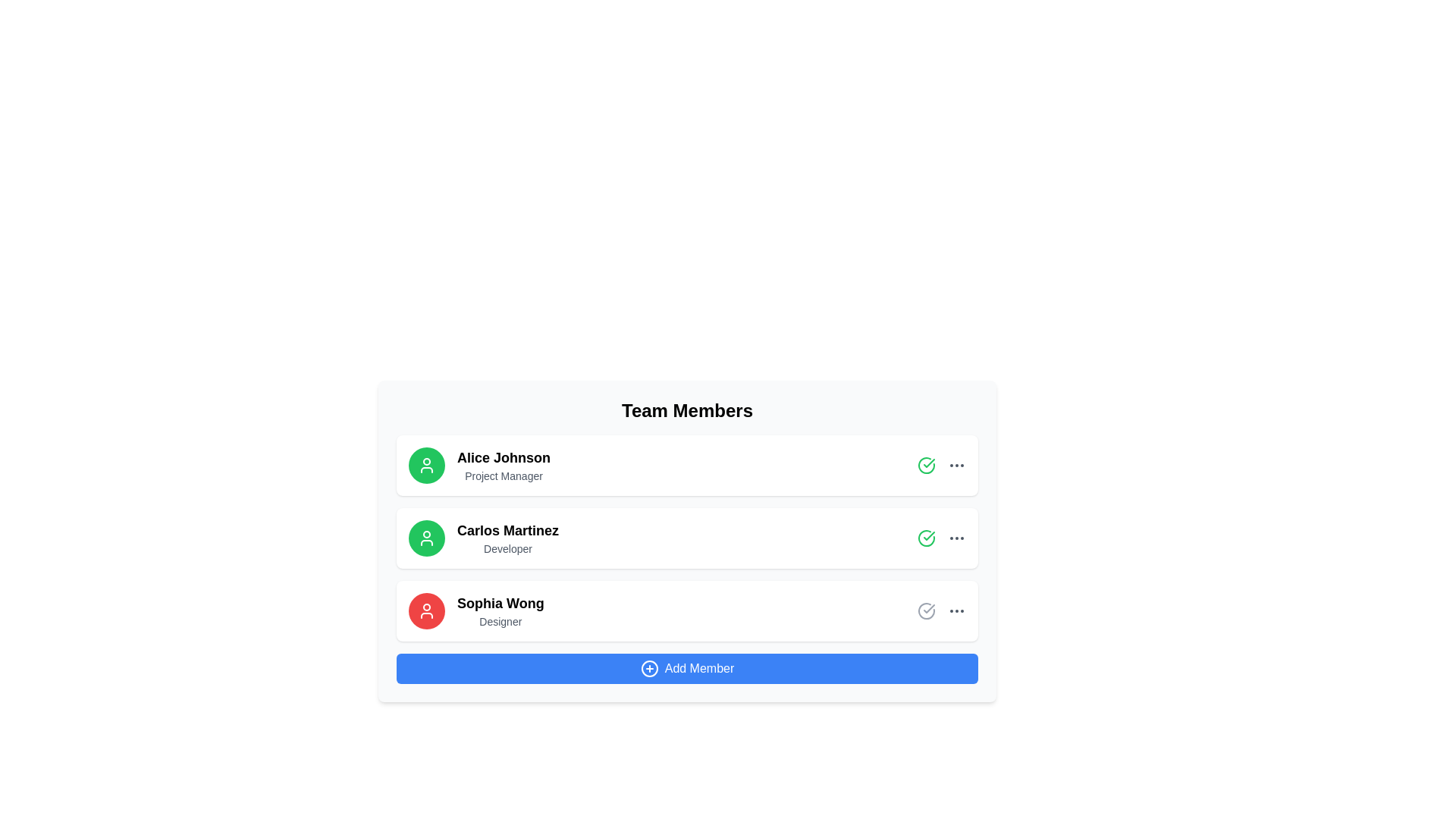 This screenshot has height=819, width=1456. What do you see at coordinates (425, 537) in the screenshot?
I see `the circular user avatar icon outlined in green with a white figure representing a user, associated with 'Carlos Martinez, Developer' in the second list item under 'Team Members'` at bounding box center [425, 537].